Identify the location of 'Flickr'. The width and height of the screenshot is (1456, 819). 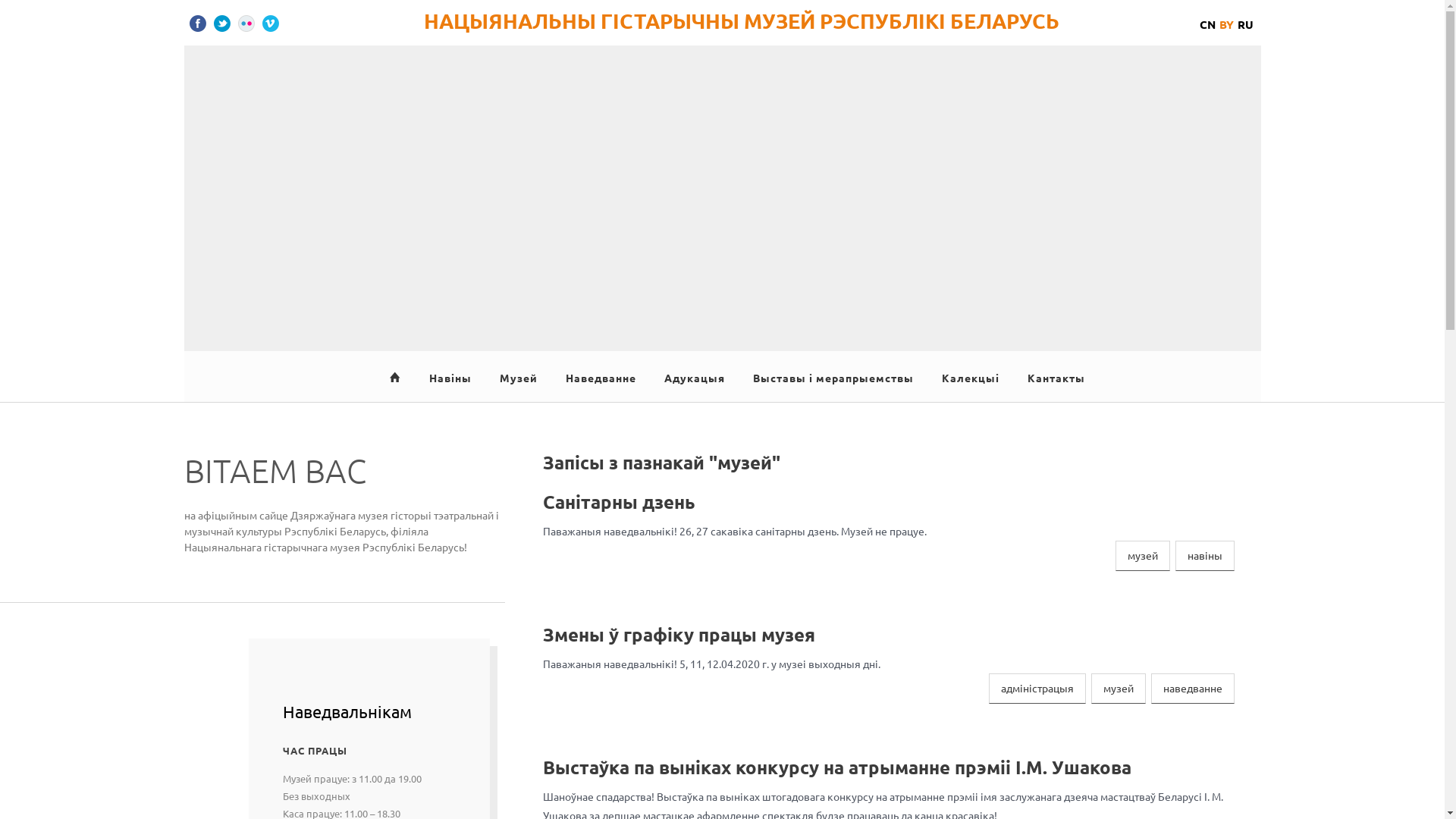
(246, 23).